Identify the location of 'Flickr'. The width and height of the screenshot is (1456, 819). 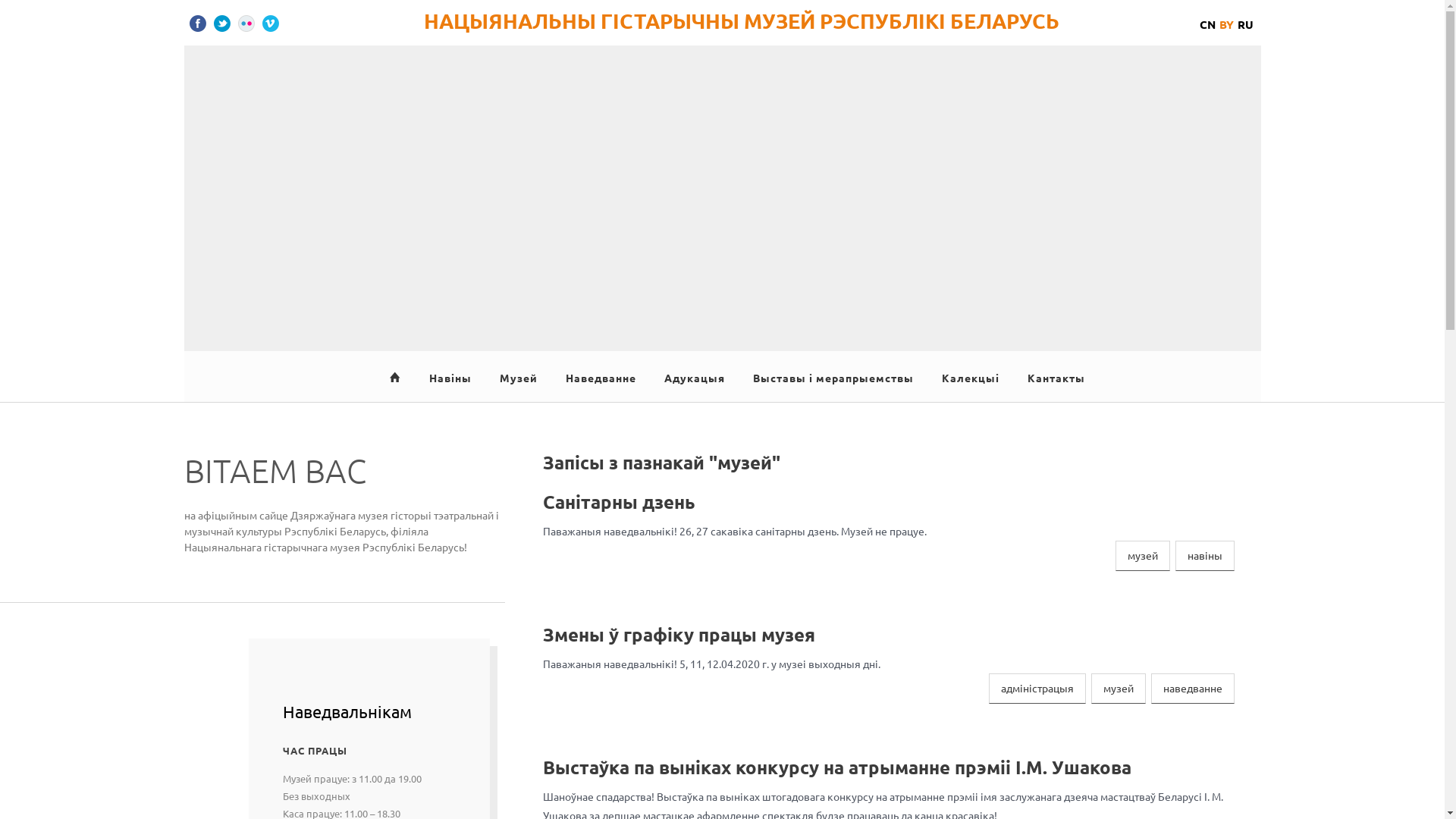
(246, 23).